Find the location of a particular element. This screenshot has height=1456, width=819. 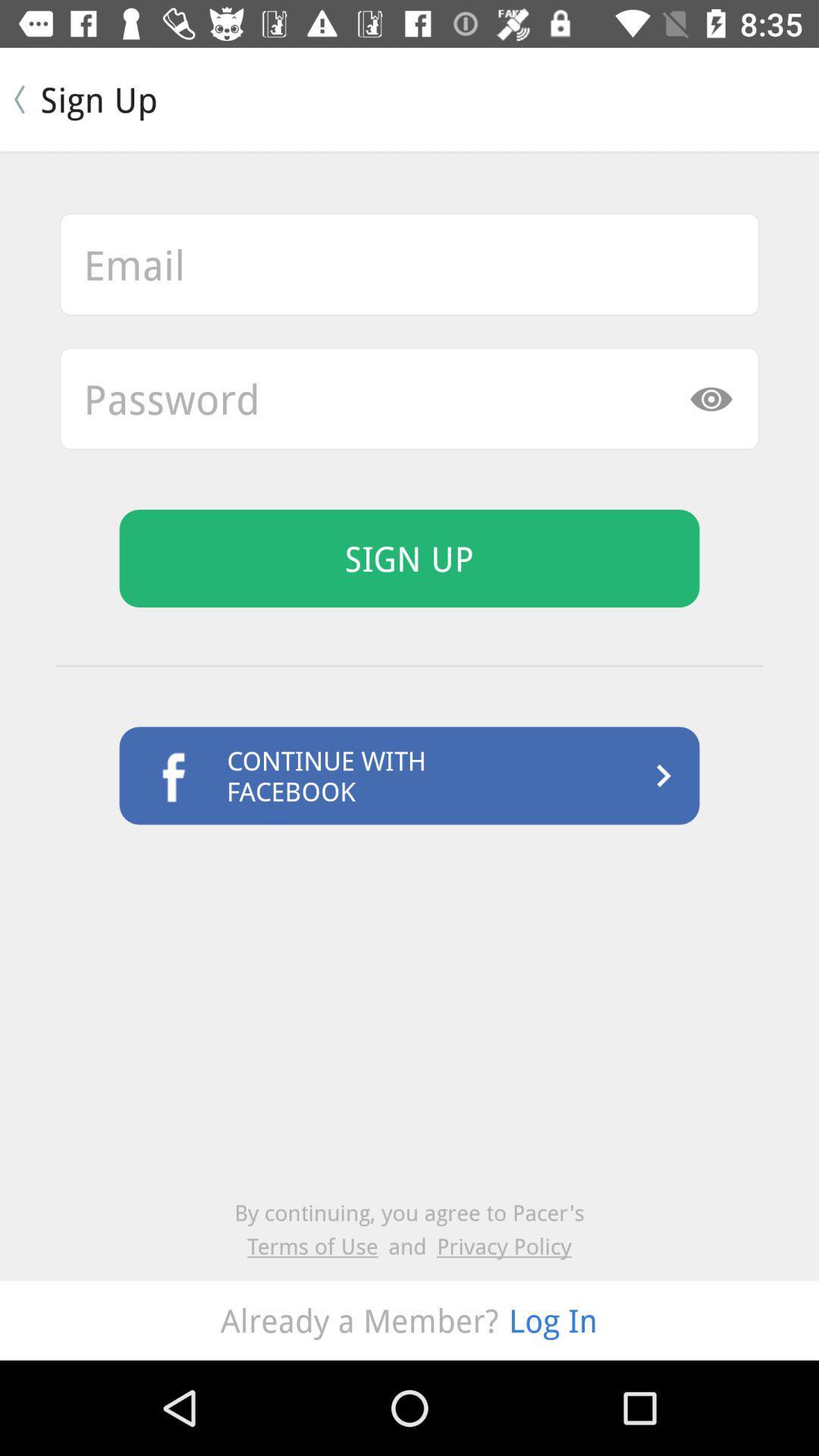

the icon above the already a member? item is located at coordinates (317, 1246).